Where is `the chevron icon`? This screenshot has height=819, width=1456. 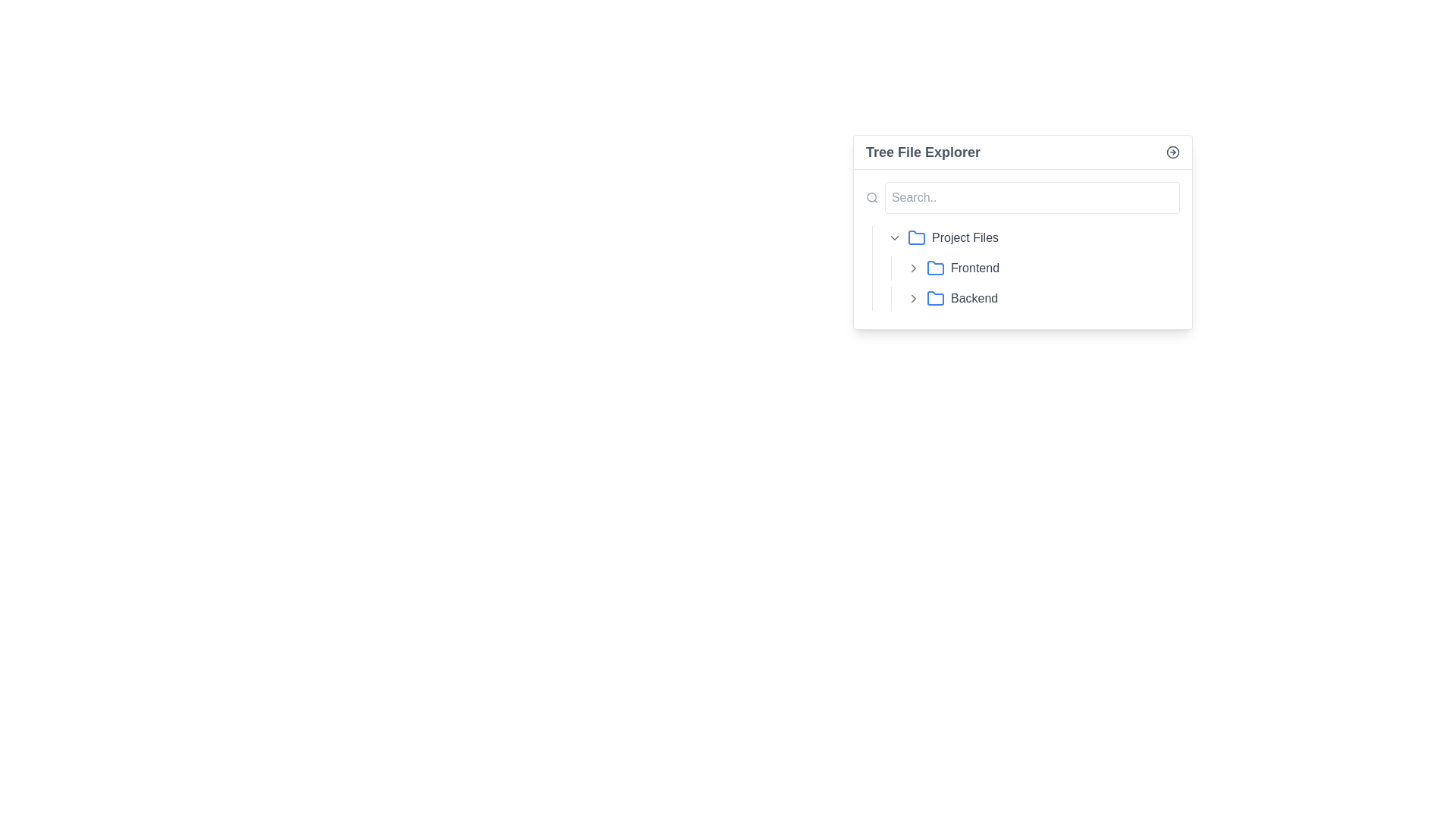
the chevron icon is located at coordinates (912, 268).